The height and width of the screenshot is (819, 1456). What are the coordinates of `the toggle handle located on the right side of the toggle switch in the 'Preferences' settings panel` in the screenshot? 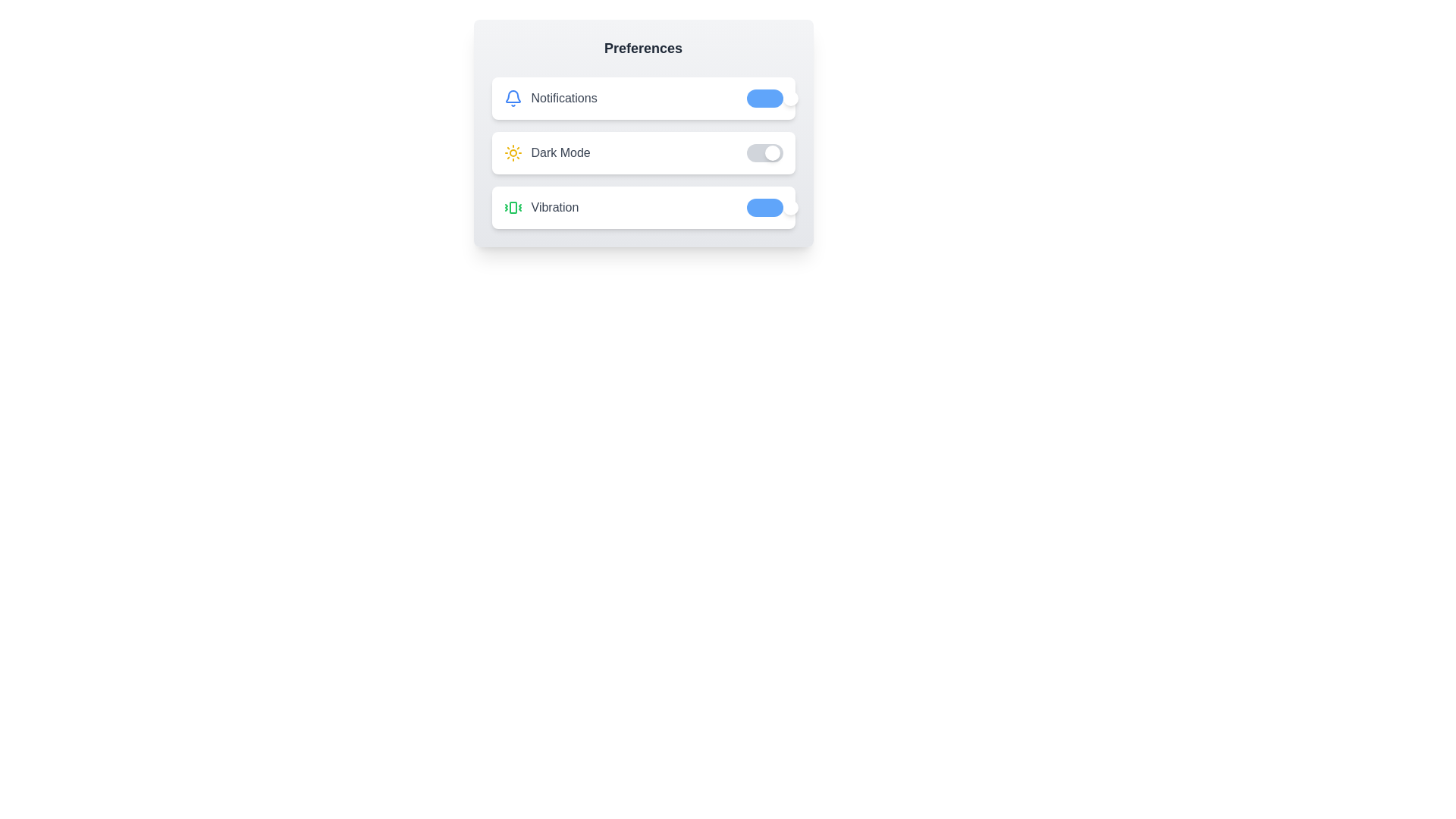 It's located at (789, 99).